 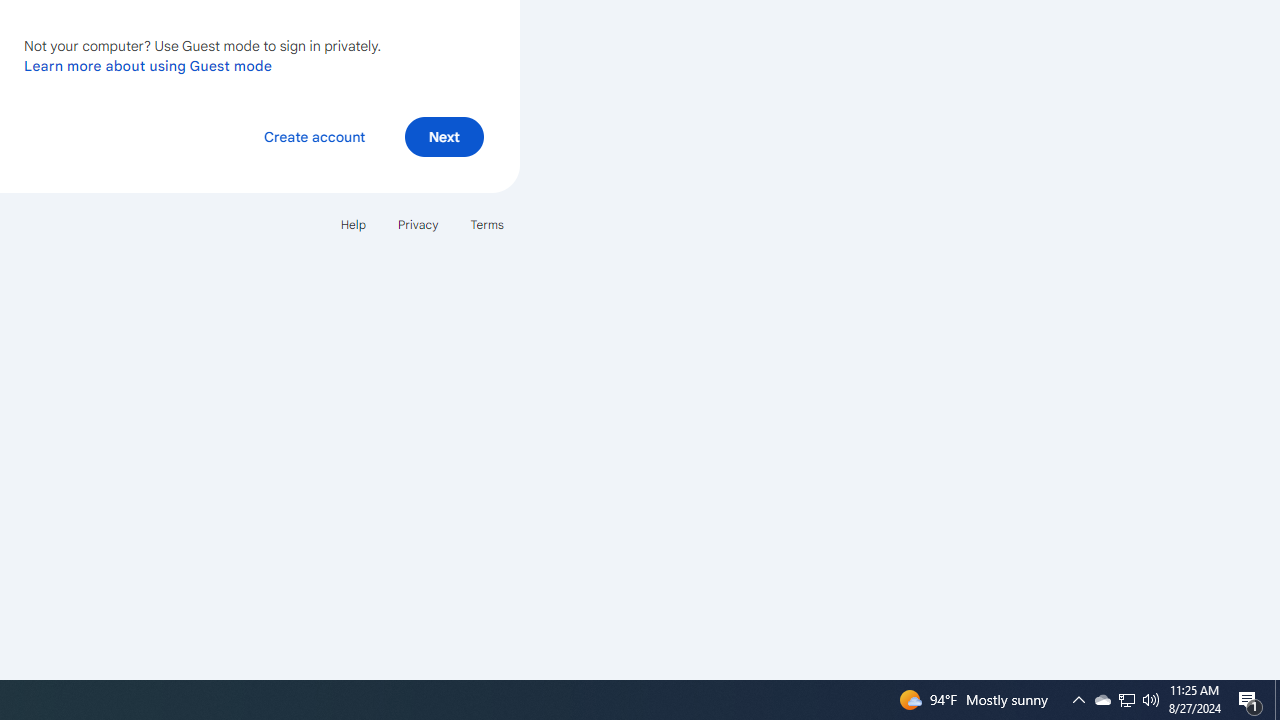 What do you see at coordinates (416, 224) in the screenshot?
I see `'Privacy'` at bounding box center [416, 224].